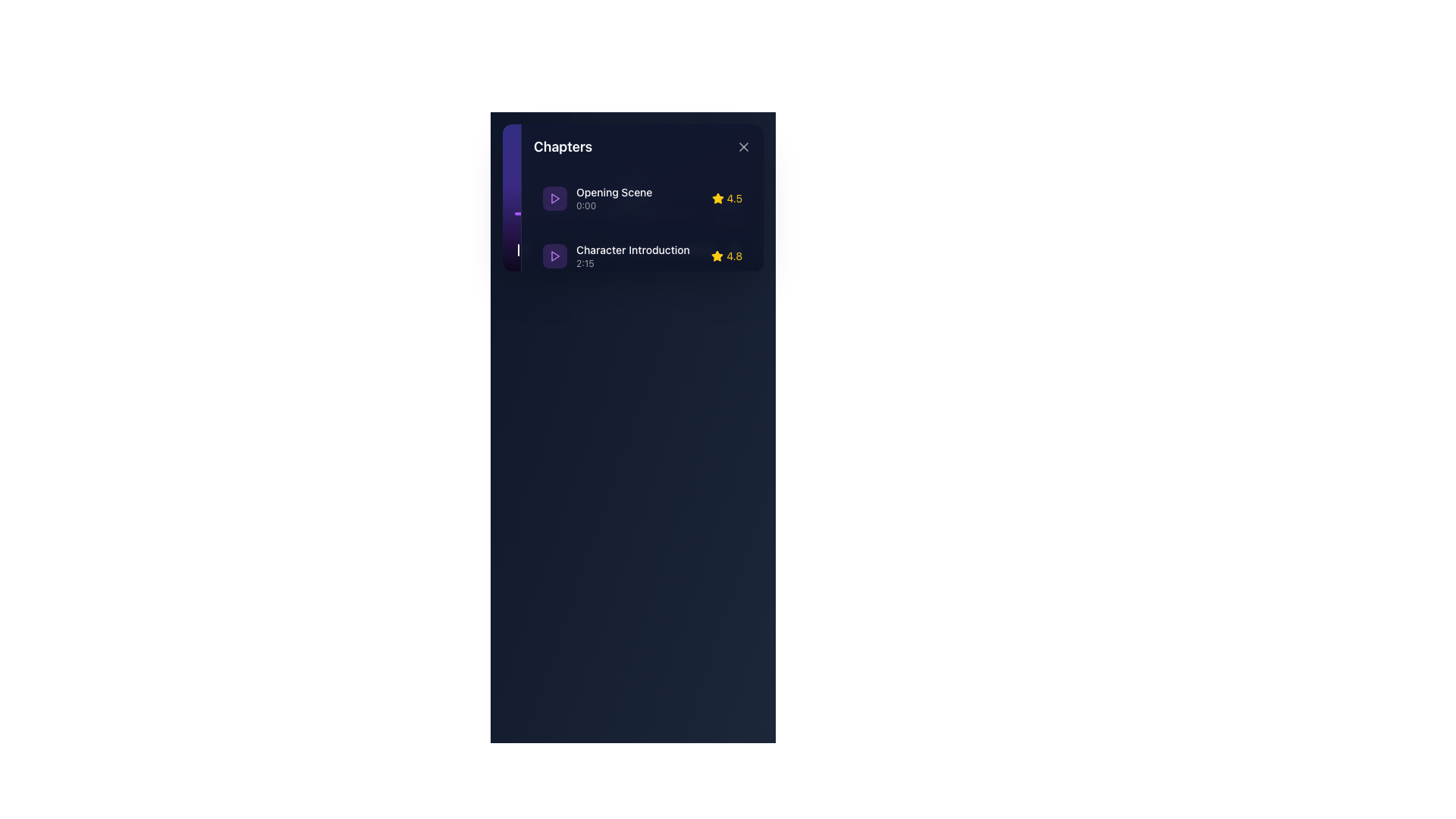 This screenshot has width=1456, height=819. Describe the element at coordinates (633, 249) in the screenshot. I see `the 'Character Introduction' text label, which is the second chapter title in the list of chapters` at that location.